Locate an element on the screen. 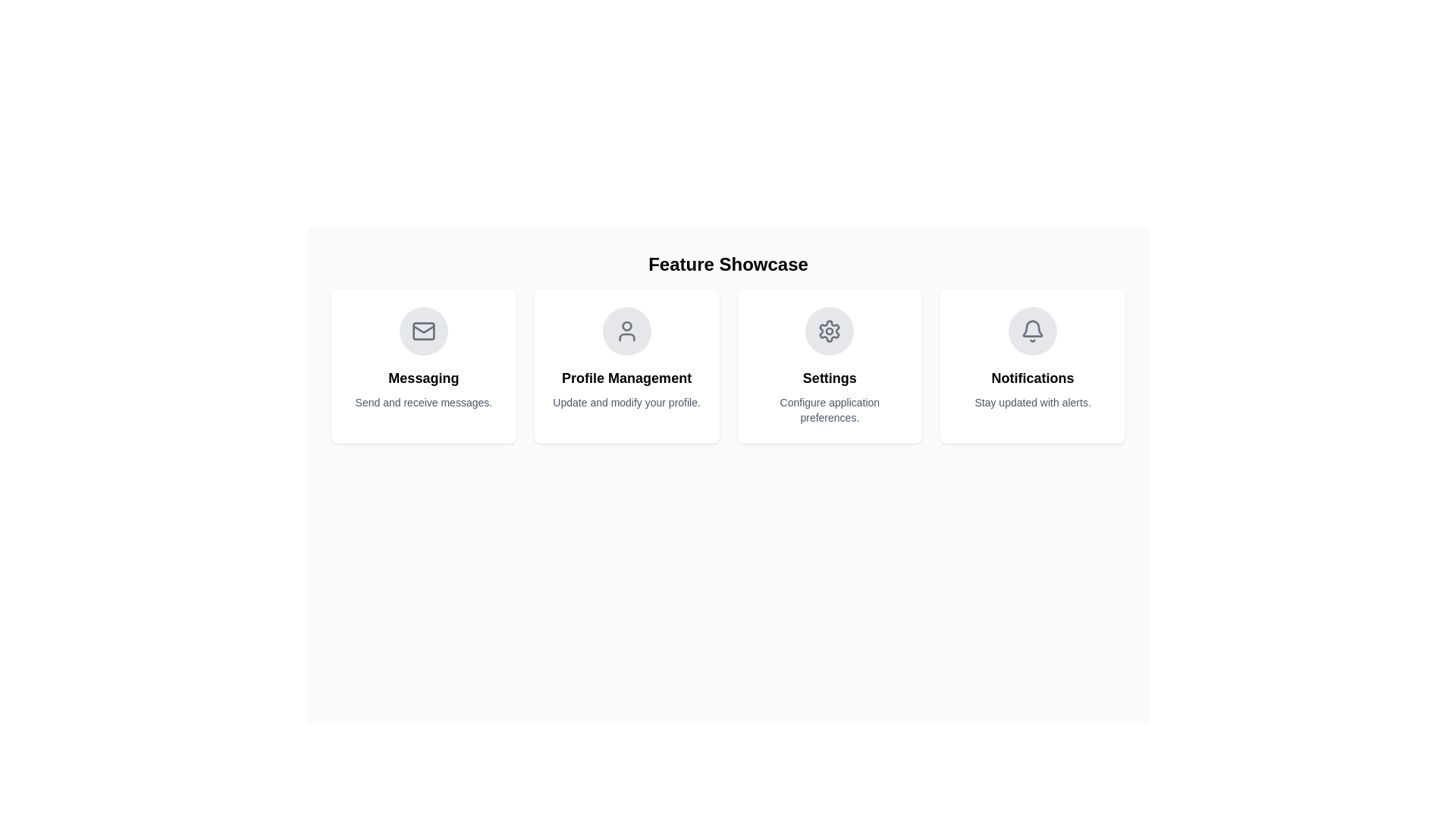 This screenshot has height=819, width=1456. the decorative icon representing messaging functionality located at the top of the card labeled 'Messaging', positioned above the text 'Messaging' and 'Send and receive messages' is located at coordinates (423, 330).